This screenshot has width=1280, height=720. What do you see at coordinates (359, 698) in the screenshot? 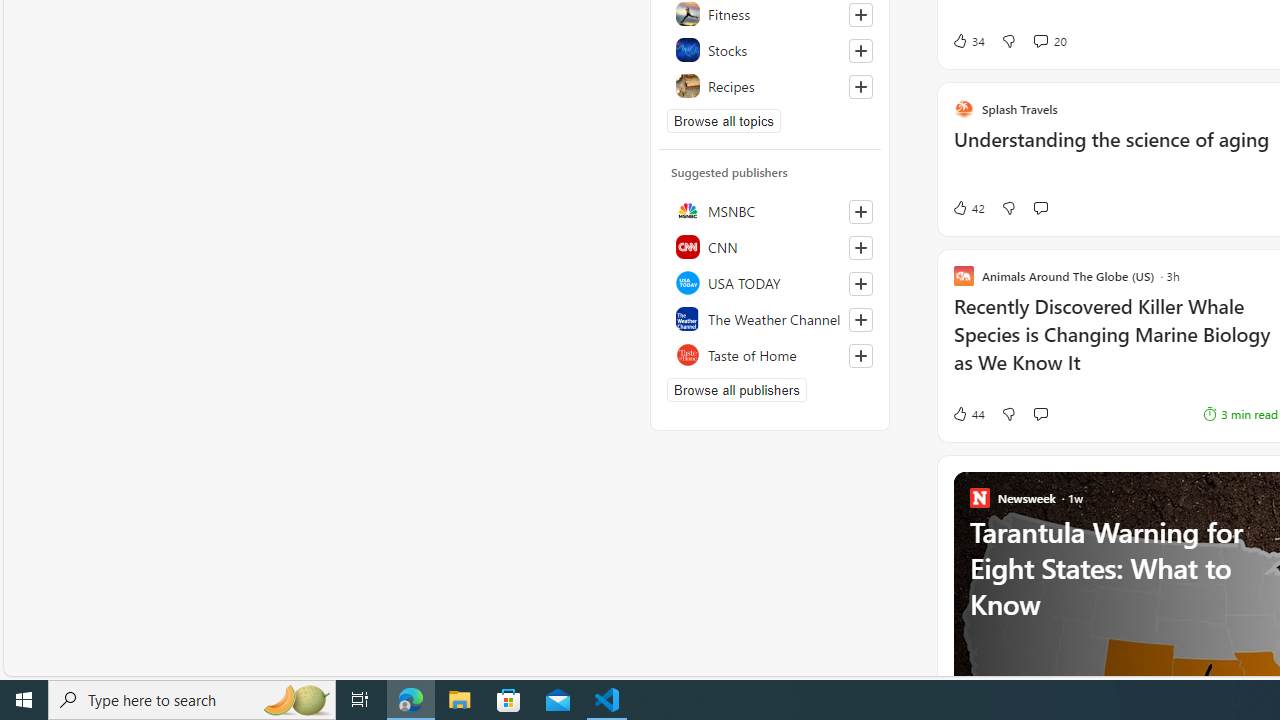
I see `'Task View'` at bounding box center [359, 698].